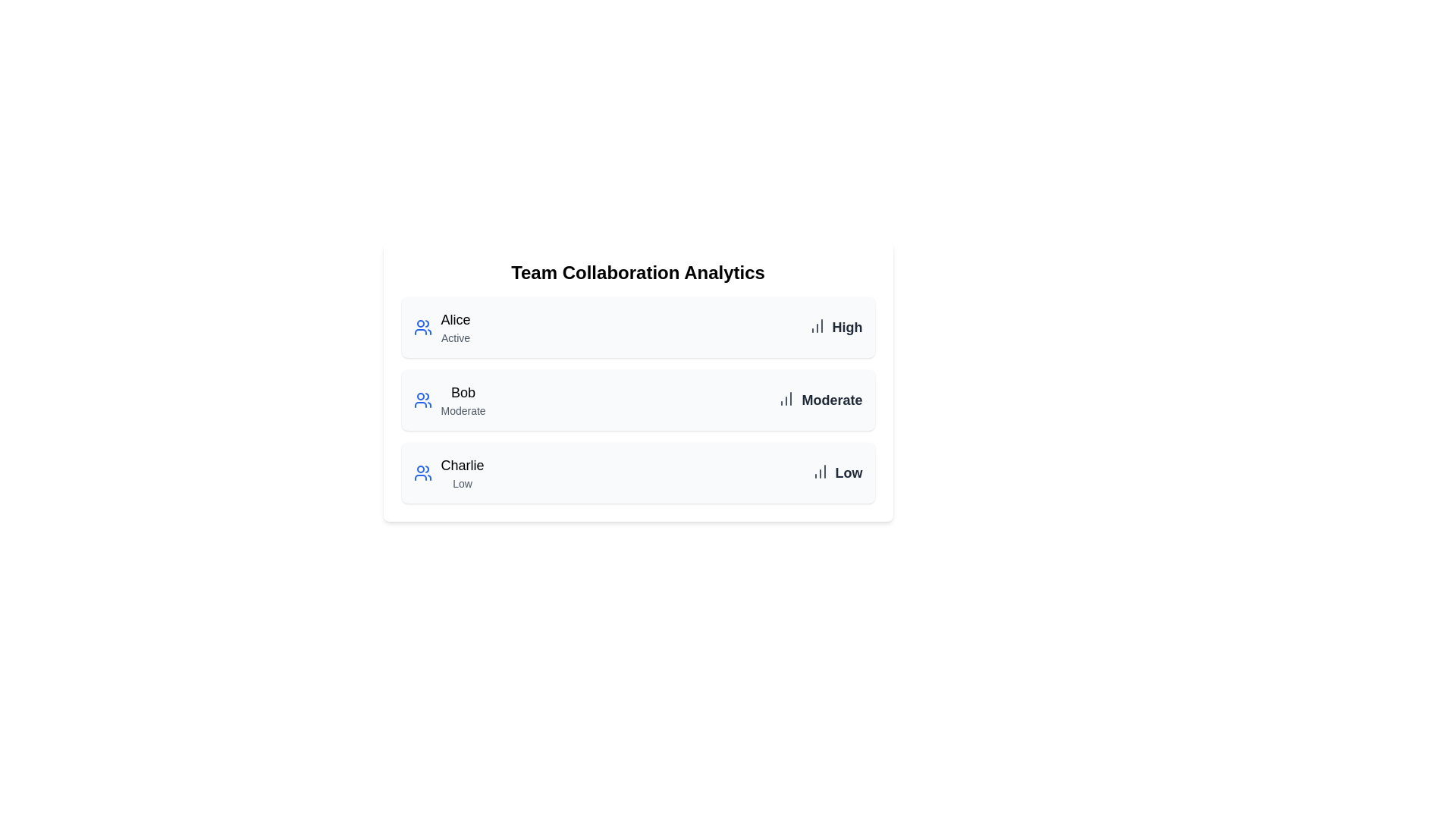 The image size is (1456, 819). I want to click on the user icon associated with Bob, so click(422, 400).